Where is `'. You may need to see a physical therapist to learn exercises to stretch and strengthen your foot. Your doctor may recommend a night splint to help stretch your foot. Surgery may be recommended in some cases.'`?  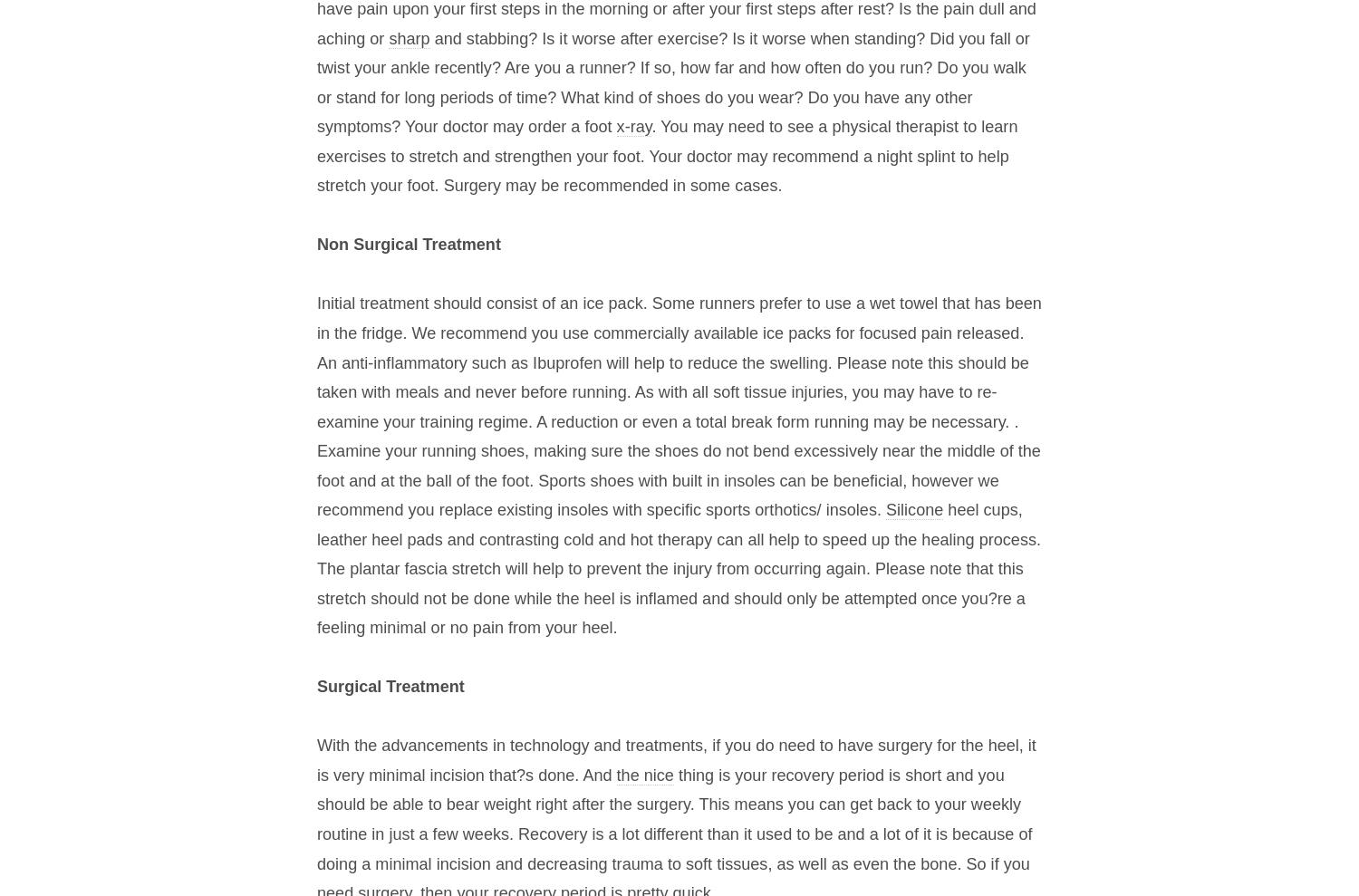 '. You may need to see a physical therapist to learn exercises to stretch and strengthen your foot. Your doctor may recommend a night splint to help stretch your foot. Surgery may be recommended in some cases.' is located at coordinates (666, 156).